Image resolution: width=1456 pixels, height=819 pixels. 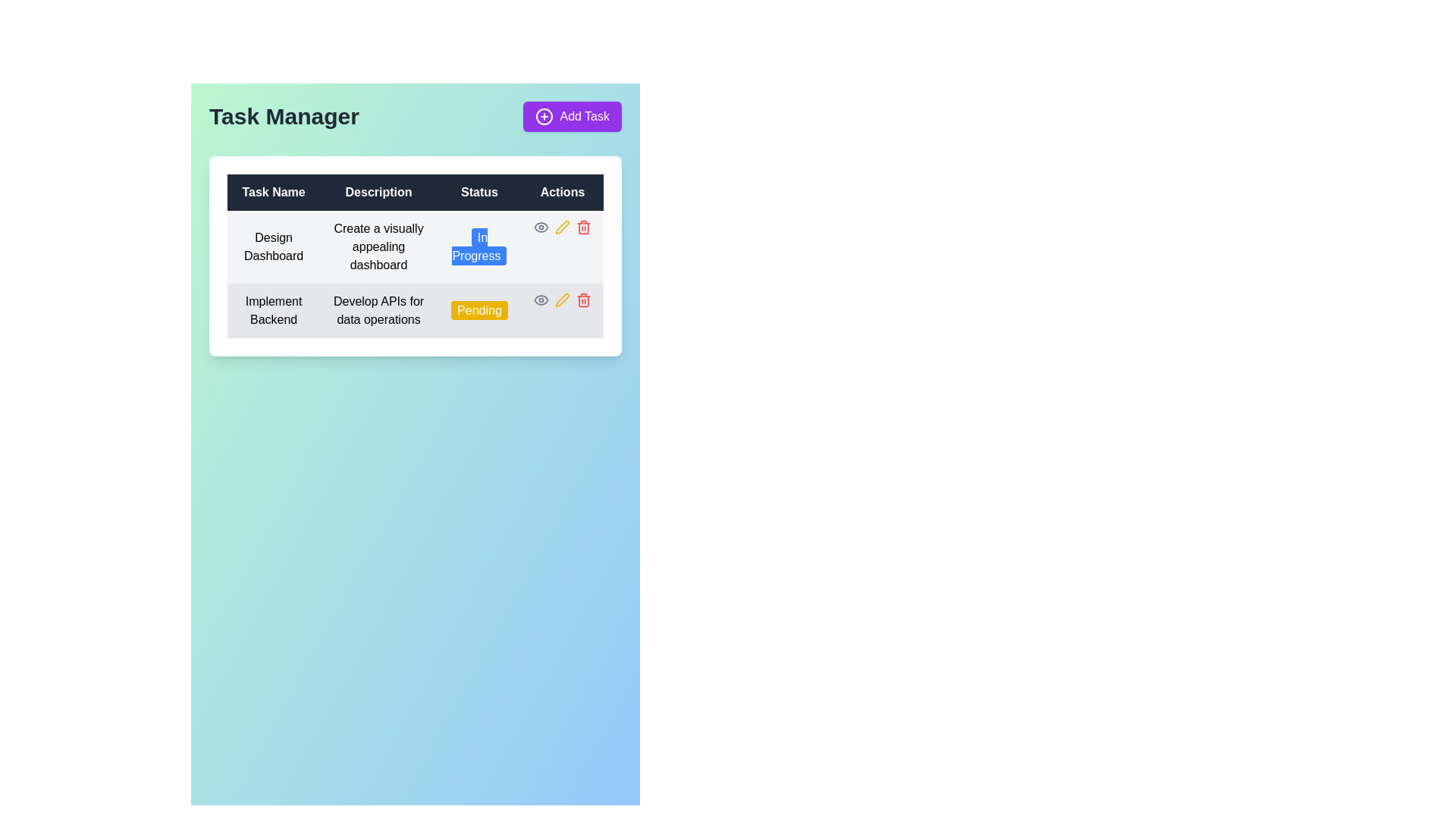 I want to click on text content of the rectangular text component labeled 'Implement Backend', which is styled with a clean sans-serif font and is located in the first column of the second row of the task table under the 'Task Name' column, so click(x=274, y=309).